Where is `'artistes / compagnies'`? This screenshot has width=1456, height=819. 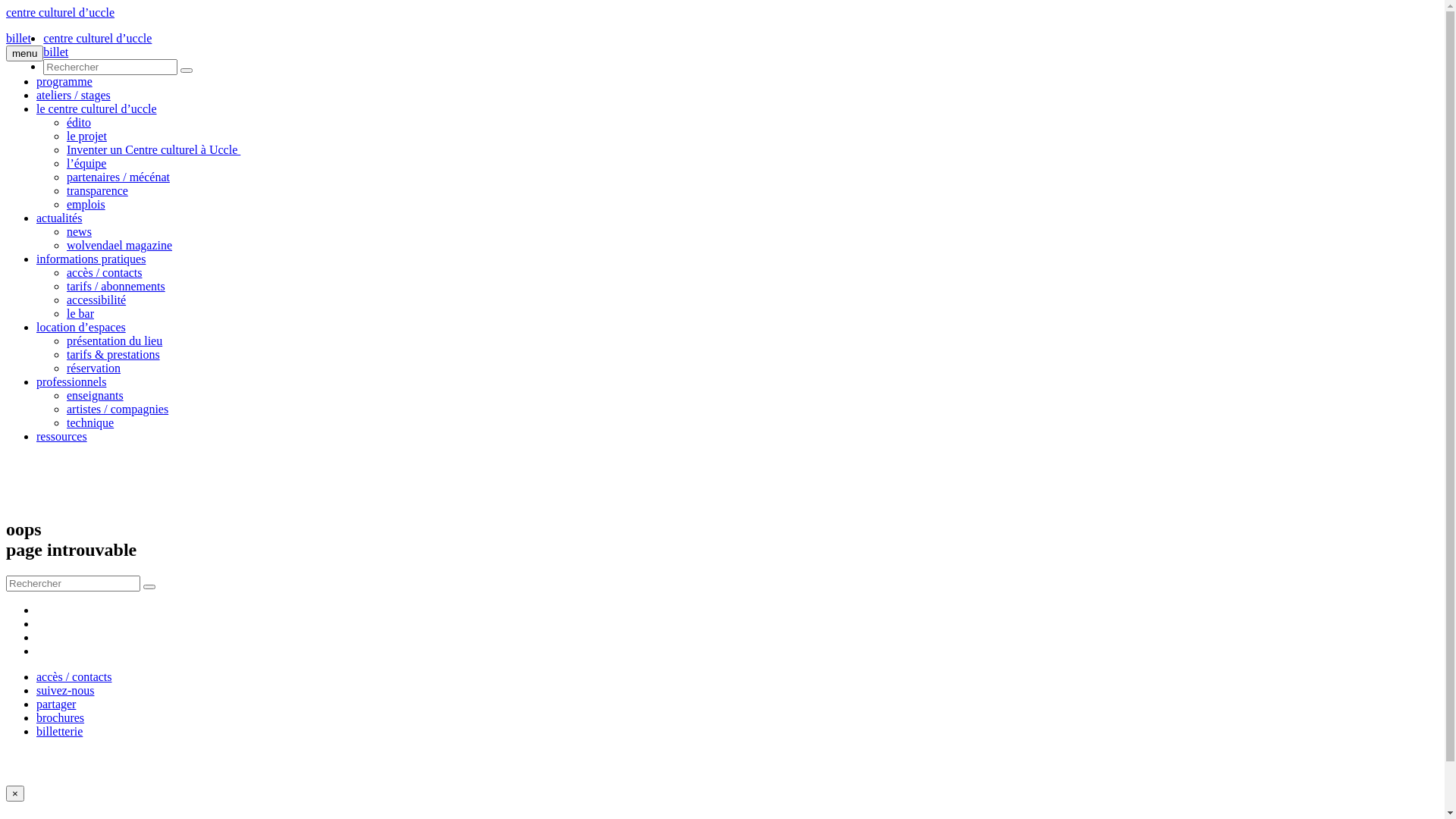 'artistes / compagnies' is located at coordinates (116, 408).